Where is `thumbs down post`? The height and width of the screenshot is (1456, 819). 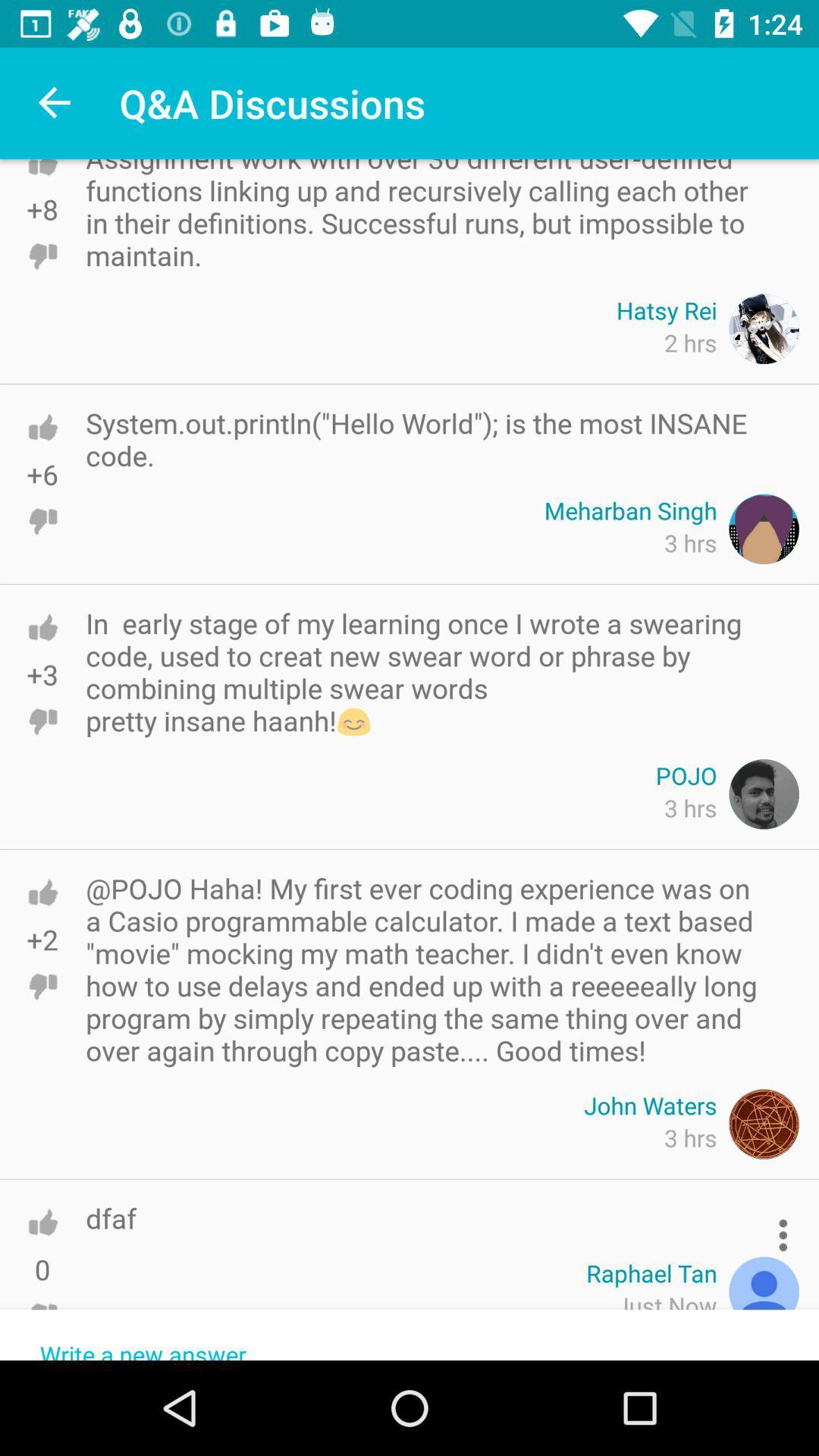 thumbs down post is located at coordinates (42, 256).